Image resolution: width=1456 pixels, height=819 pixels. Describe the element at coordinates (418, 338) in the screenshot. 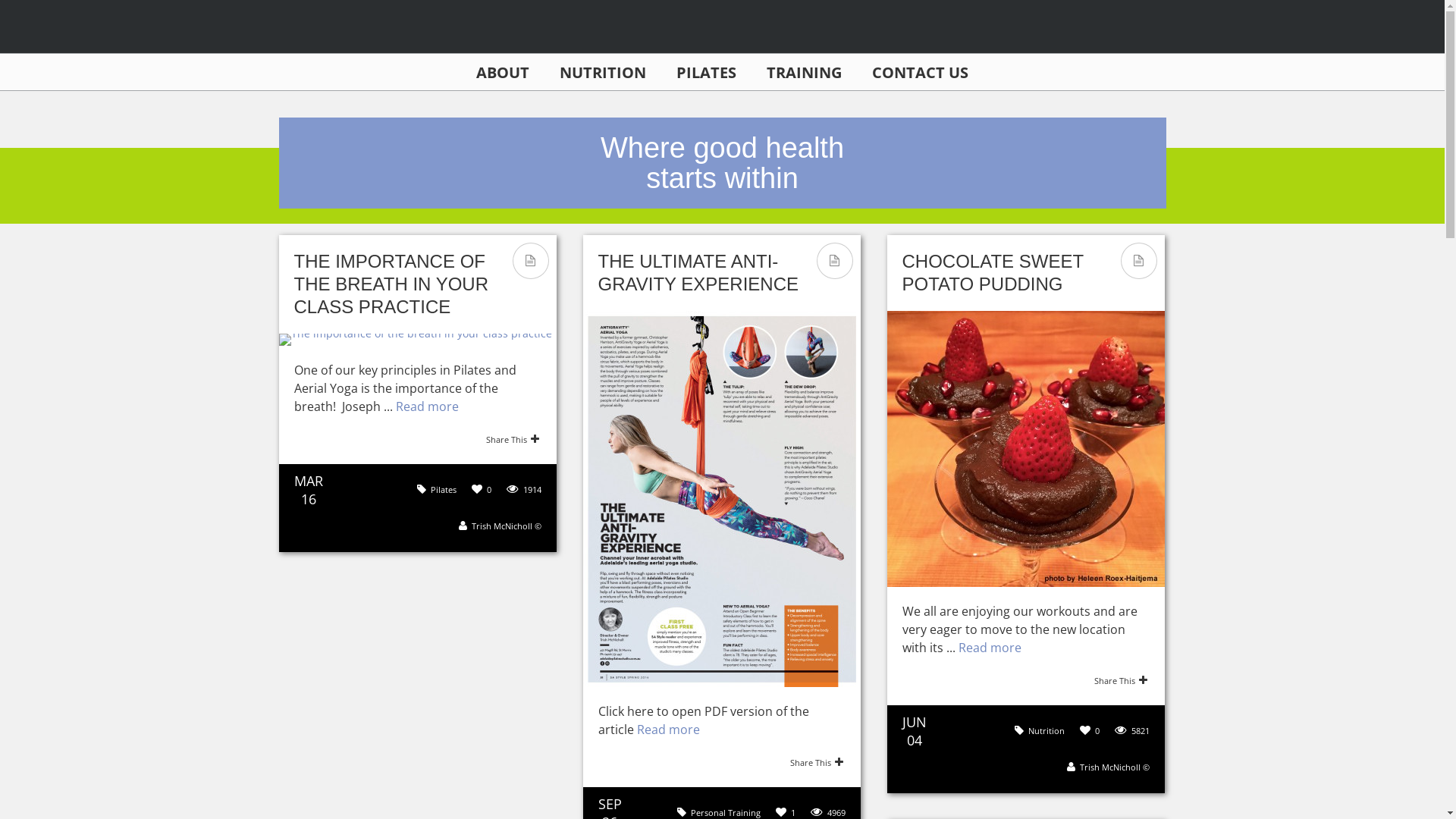

I see `'The importance of the breath in your class practice'` at that location.